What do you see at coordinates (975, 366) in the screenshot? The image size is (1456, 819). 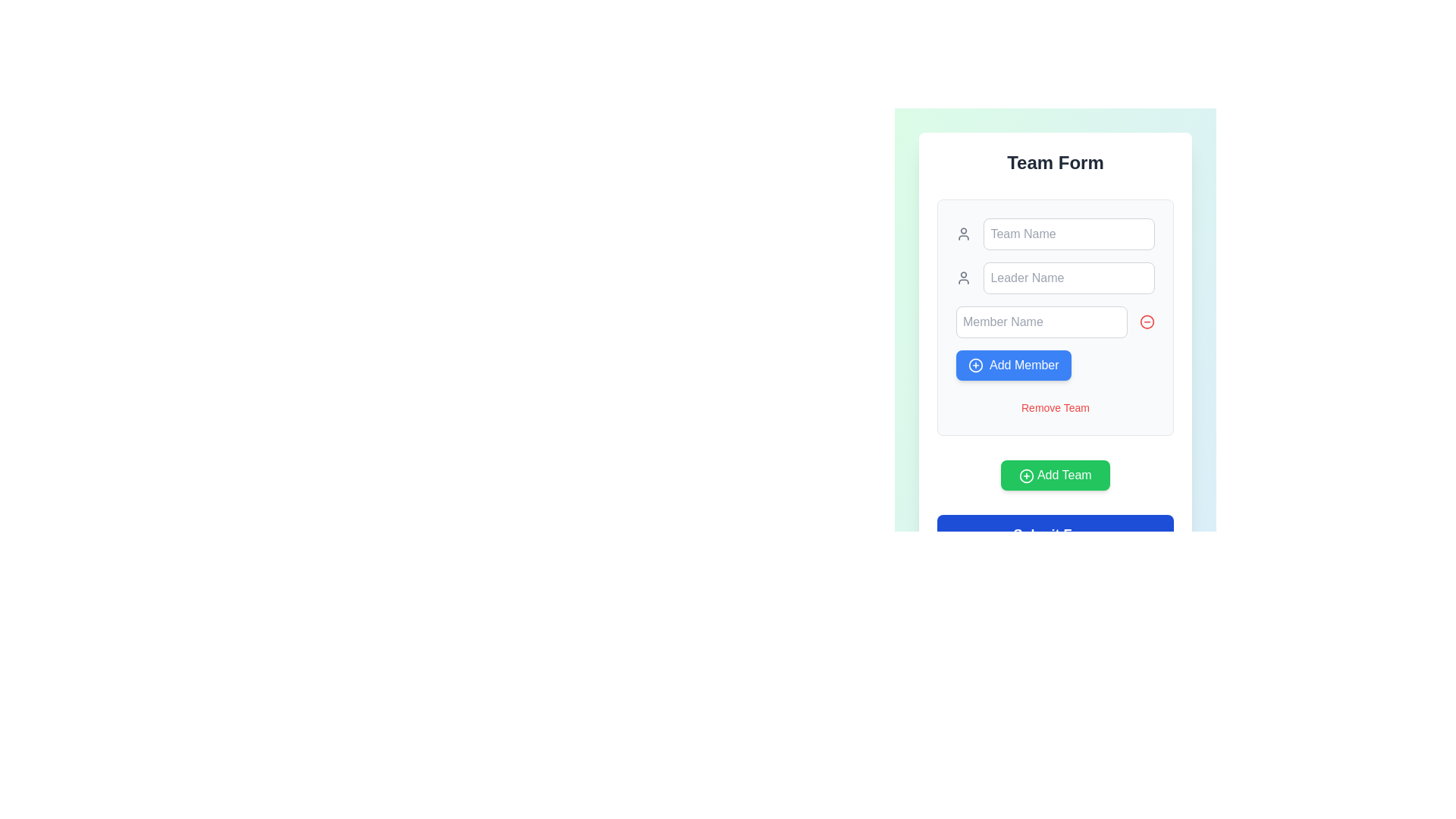 I see `the circular 'Add' icon that is part of the graphical representation for adding members adjacent to the 'Add Member' button` at bounding box center [975, 366].